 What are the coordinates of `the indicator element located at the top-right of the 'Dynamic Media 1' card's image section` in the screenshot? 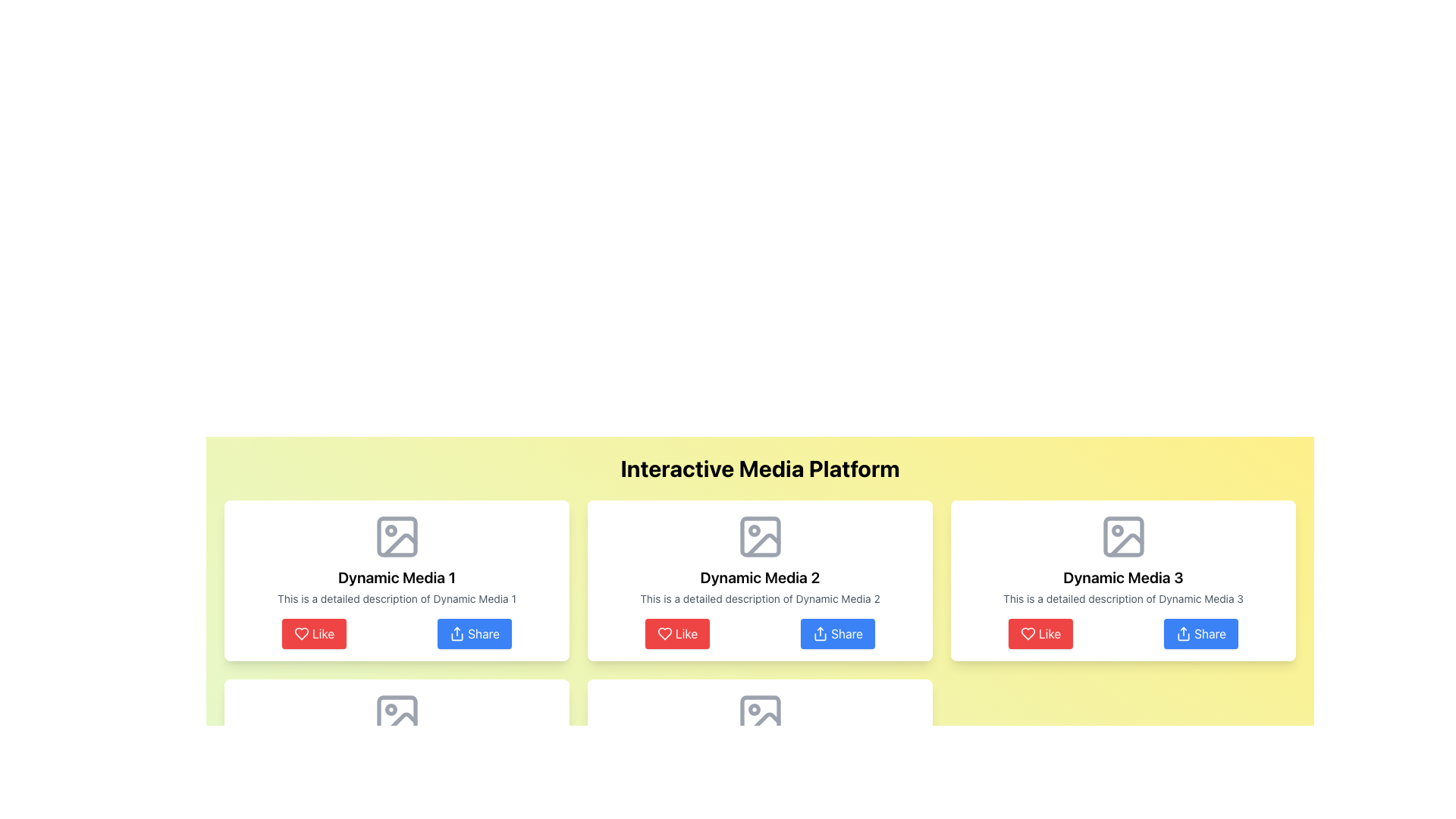 It's located at (391, 529).